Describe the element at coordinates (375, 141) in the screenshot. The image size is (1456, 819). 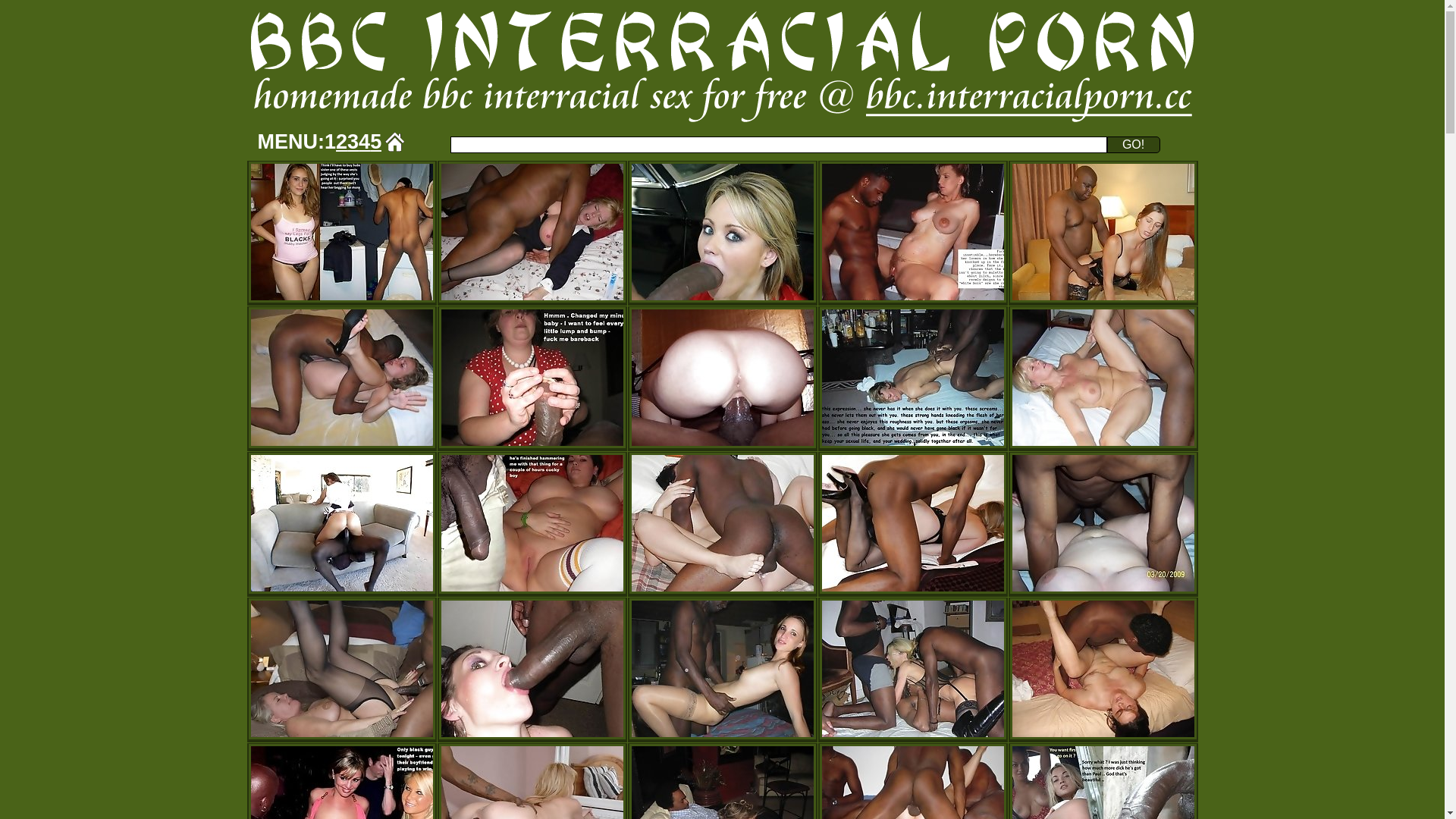
I see `'5'` at that location.